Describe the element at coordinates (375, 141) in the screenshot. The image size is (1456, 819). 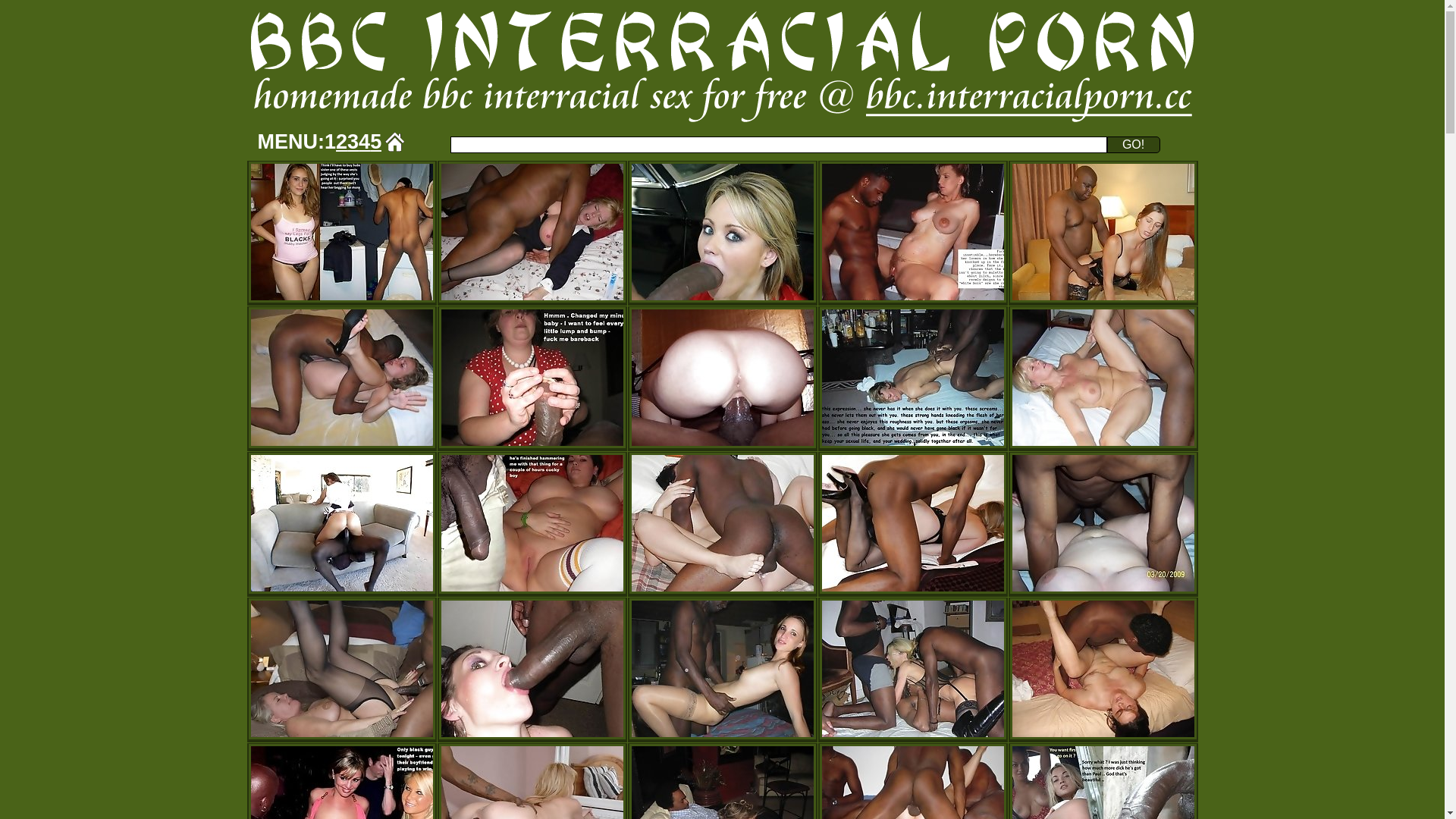
I see `'5'` at that location.